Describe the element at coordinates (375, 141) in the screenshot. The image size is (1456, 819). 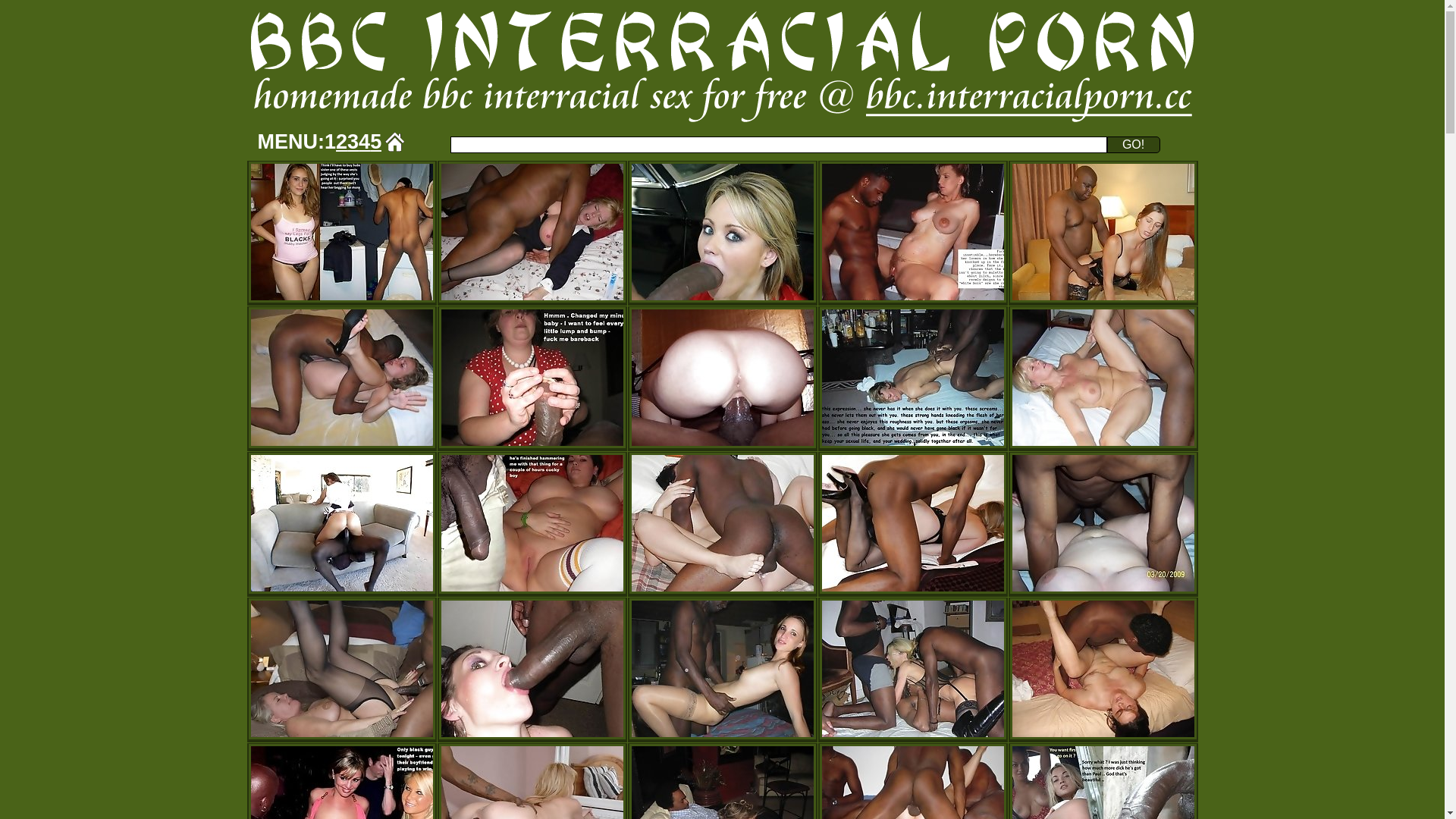
I see `'5'` at that location.